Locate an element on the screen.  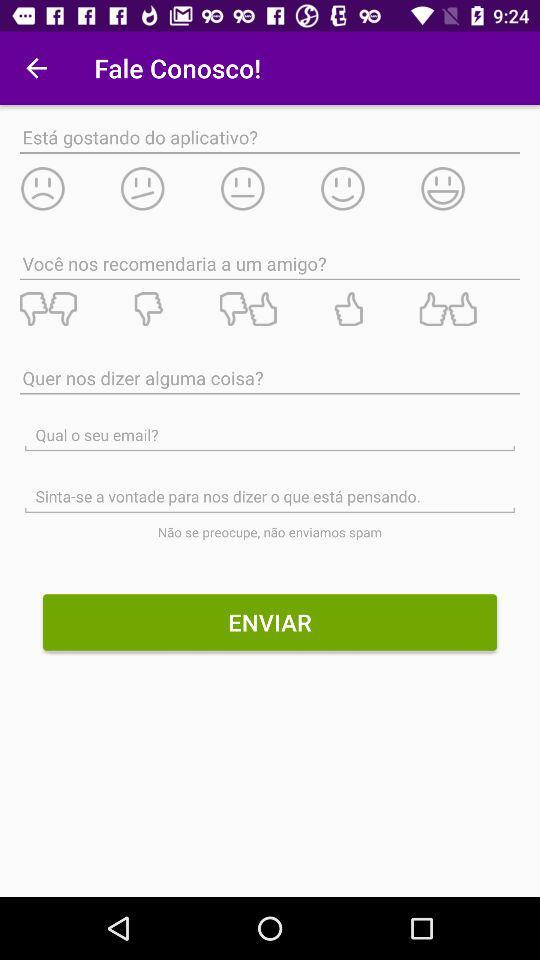
pick the middle emoji is located at coordinates (269, 188).